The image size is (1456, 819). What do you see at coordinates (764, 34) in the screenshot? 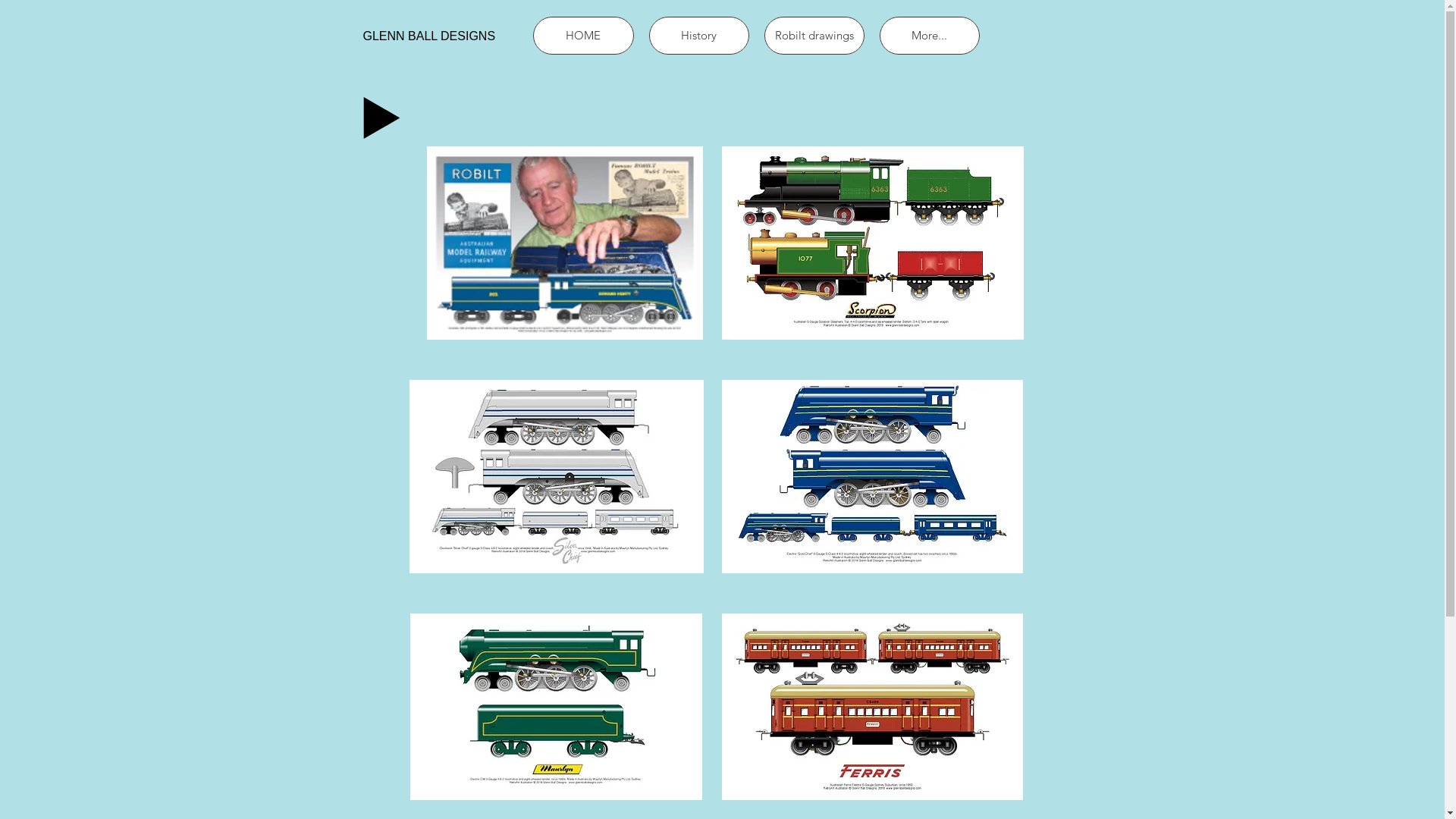
I see `'Robilt drawings'` at bounding box center [764, 34].